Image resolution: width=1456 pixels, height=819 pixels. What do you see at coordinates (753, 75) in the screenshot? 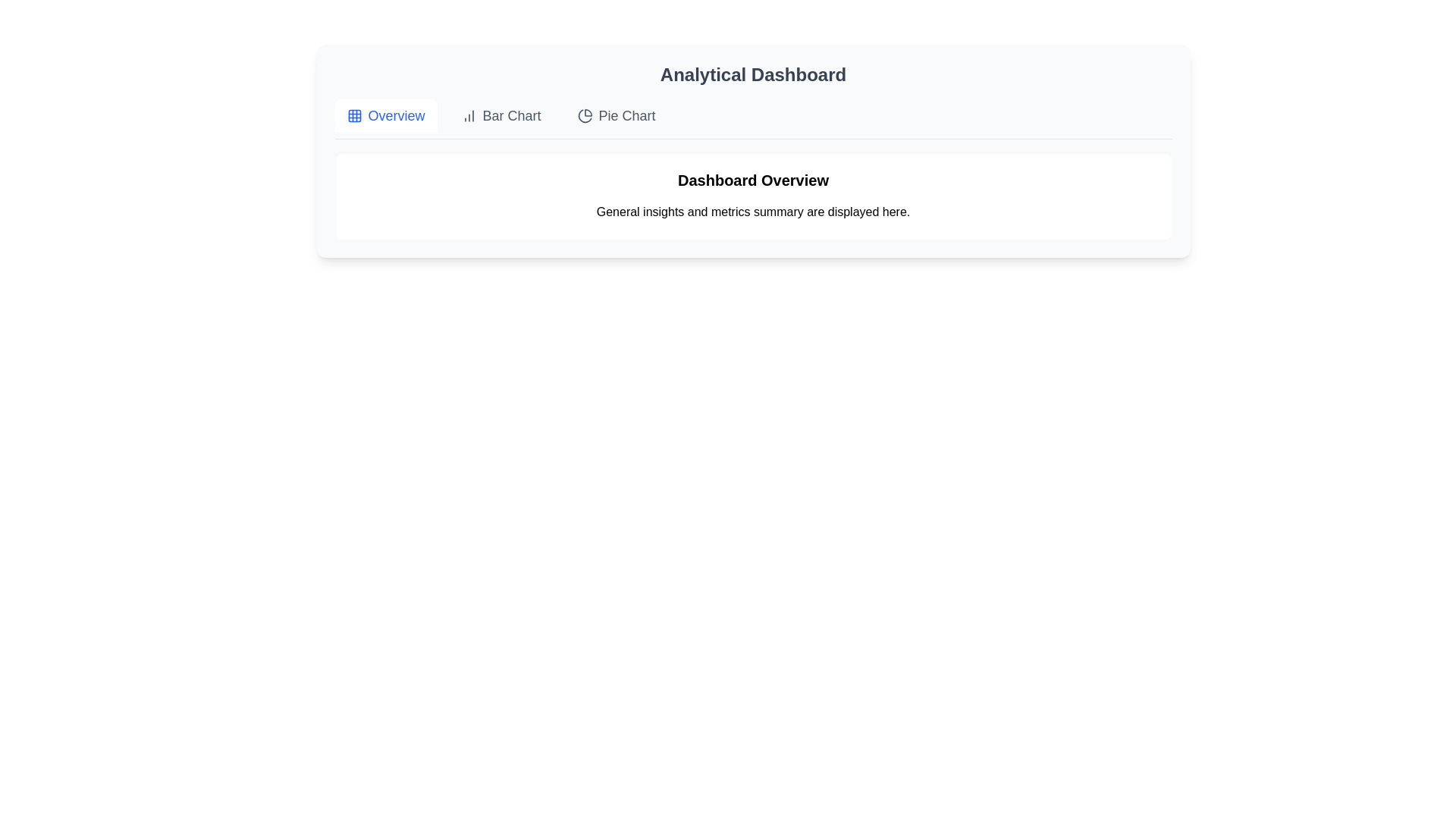
I see `the 'Analytical Dashboard' text label, which is a bold, large font header displayed in grayish-blue color at the top of its section` at bounding box center [753, 75].